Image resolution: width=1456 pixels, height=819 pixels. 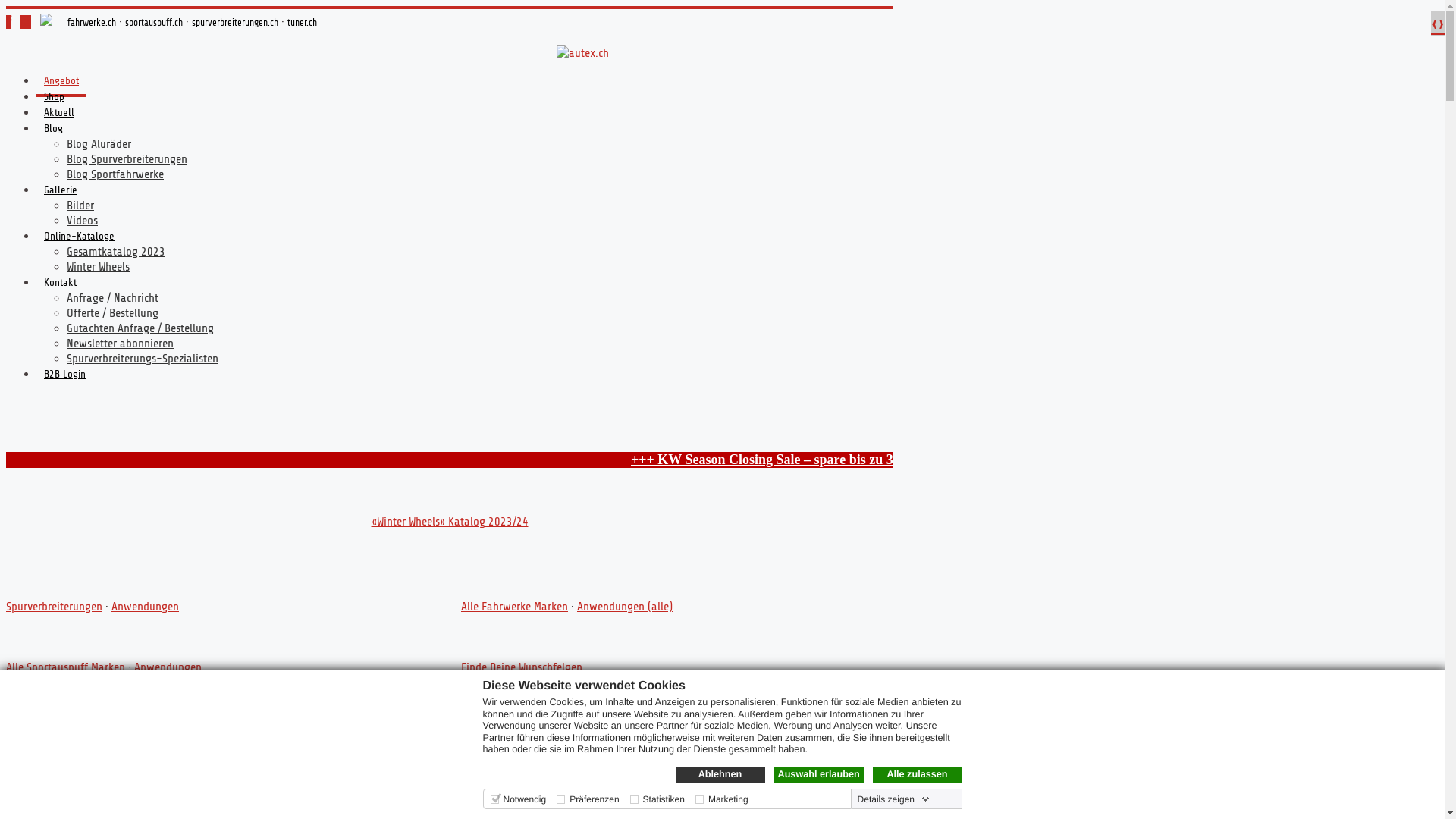 I want to click on 'Ablehnen', so click(x=719, y=775).